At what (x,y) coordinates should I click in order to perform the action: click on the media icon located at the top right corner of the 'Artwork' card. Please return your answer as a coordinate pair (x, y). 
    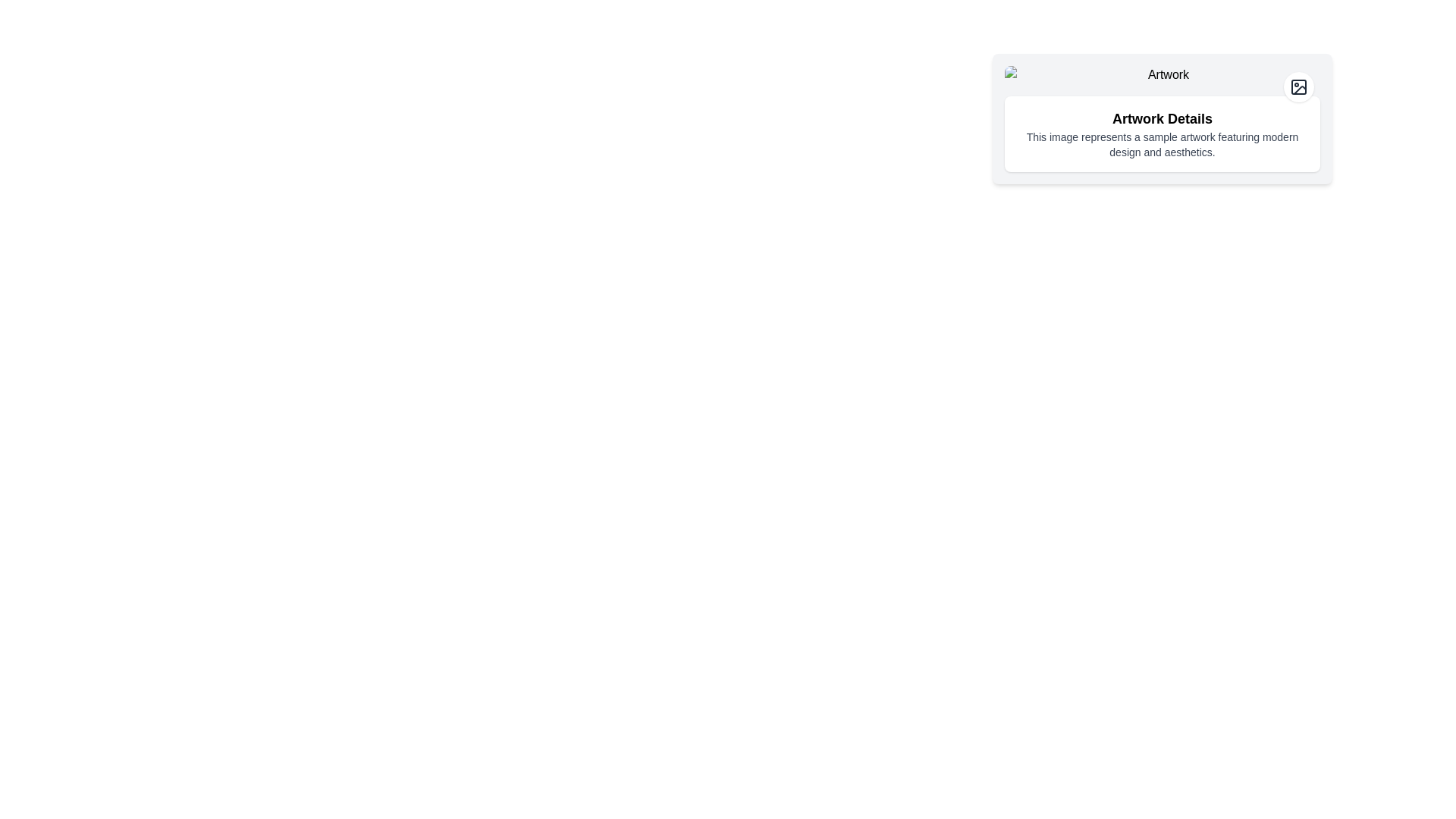
    Looking at the image, I should click on (1298, 87).